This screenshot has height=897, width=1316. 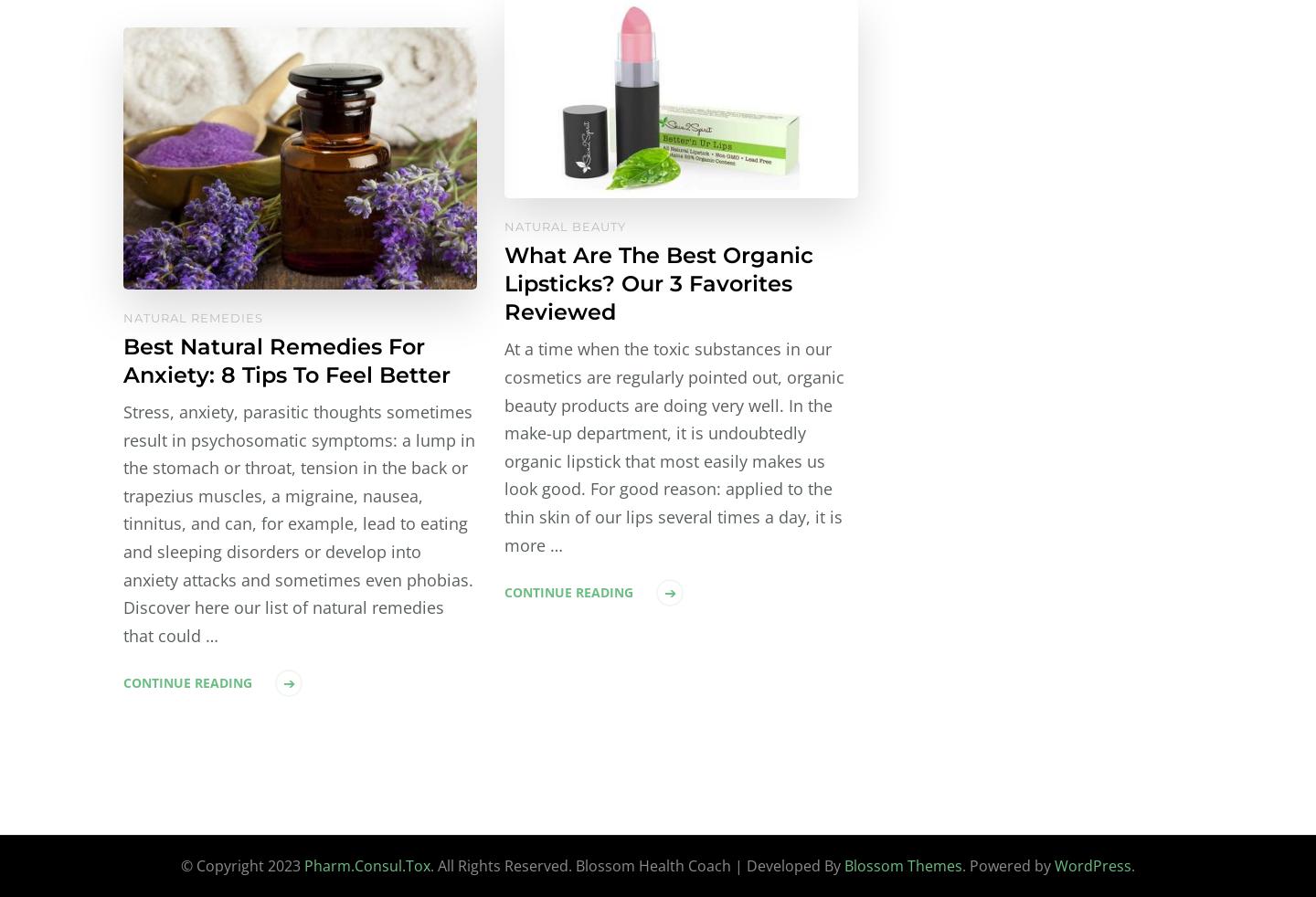 I want to click on 'Natural Beauty', so click(x=564, y=226).